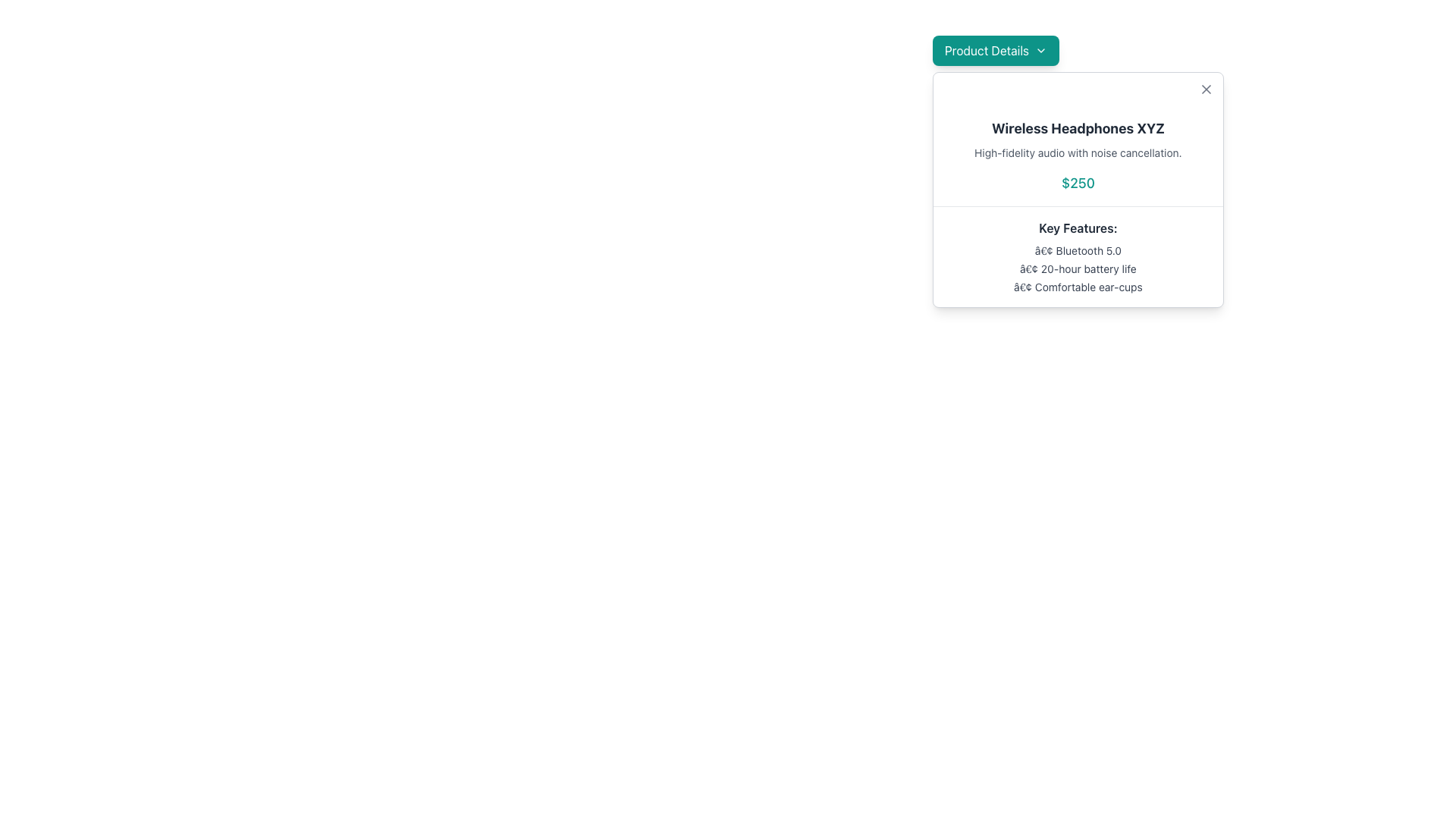 The image size is (1456, 819). Describe the element at coordinates (1077, 183) in the screenshot. I see `the text displaying '$250' which is prominently positioned in a large, teal-colored font, located below 'High-fidelity audio with noise cancellation.' and above 'Key Features' in the product information card for 'Wireless Headphones XYZ'` at that location.